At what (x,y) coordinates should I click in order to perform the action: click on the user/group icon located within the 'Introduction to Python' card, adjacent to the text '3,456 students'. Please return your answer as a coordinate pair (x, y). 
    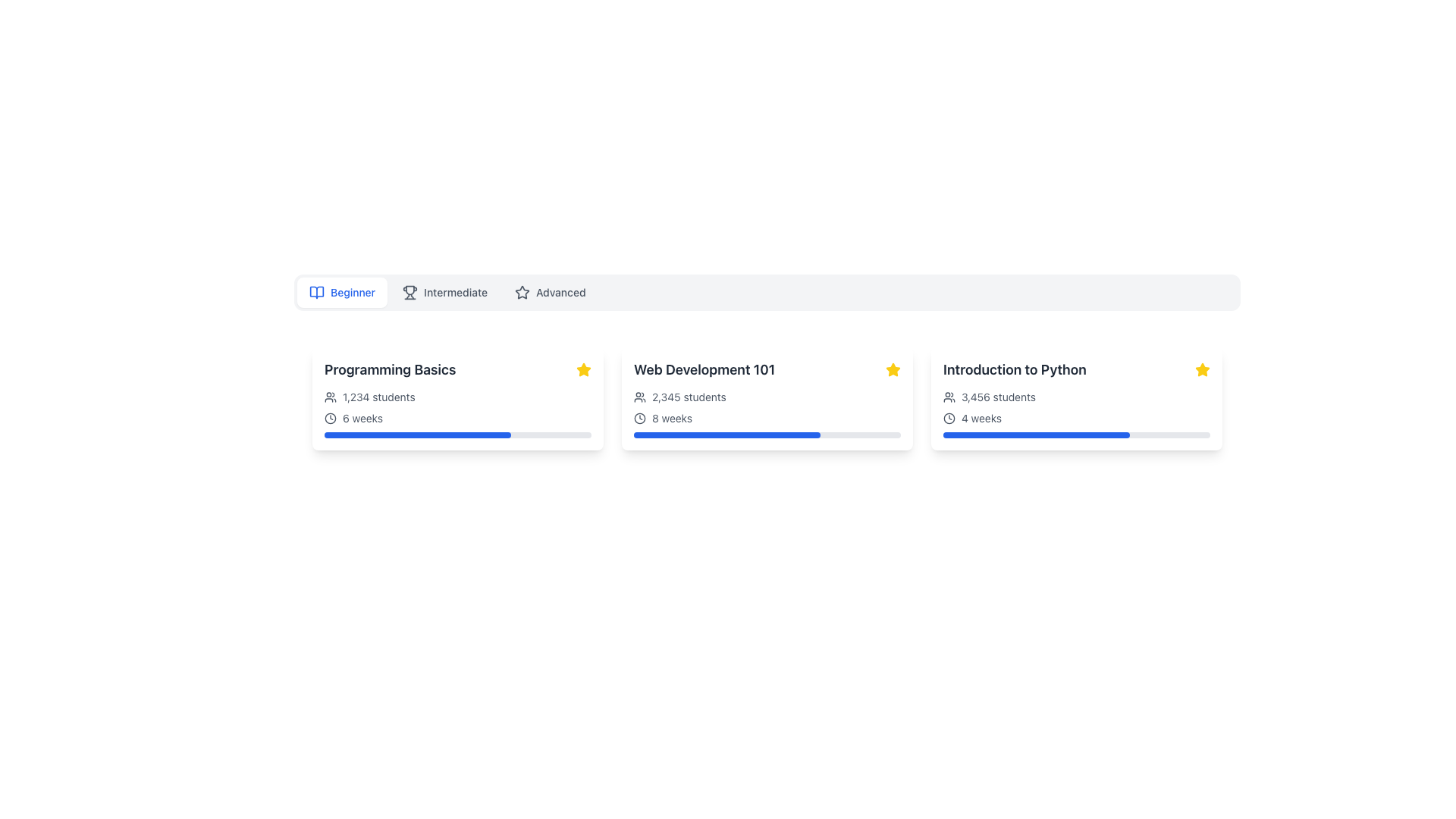
    Looking at the image, I should click on (949, 397).